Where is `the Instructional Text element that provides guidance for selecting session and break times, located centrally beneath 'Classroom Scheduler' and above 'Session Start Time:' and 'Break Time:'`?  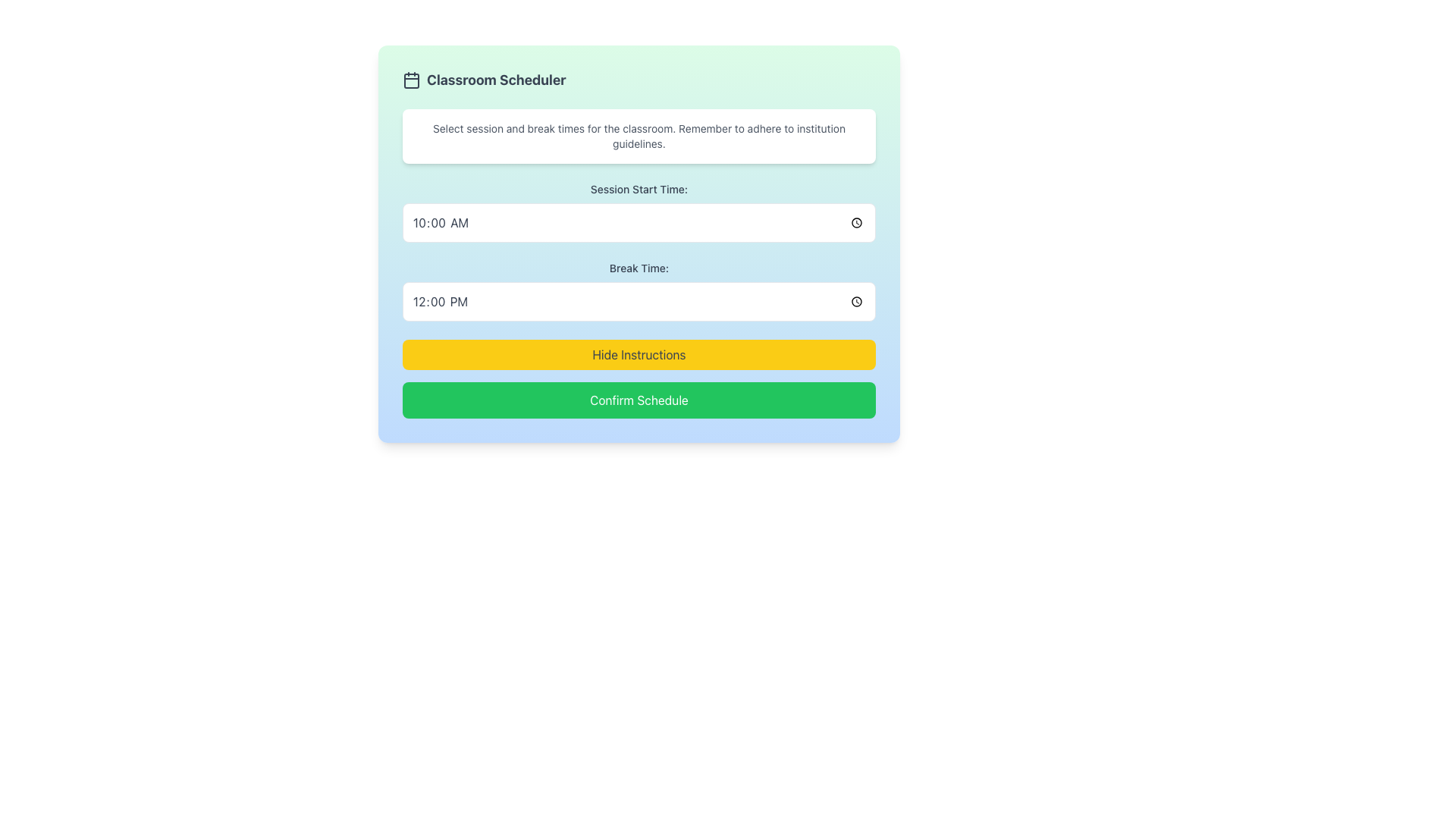
the Instructional Text element that provides guidance for selecting session and break times, located centrally beneath 'Classroom Scheduler' and above 'Session Start Time:' and 'Break Time:' is located at coordinates (639, 136).